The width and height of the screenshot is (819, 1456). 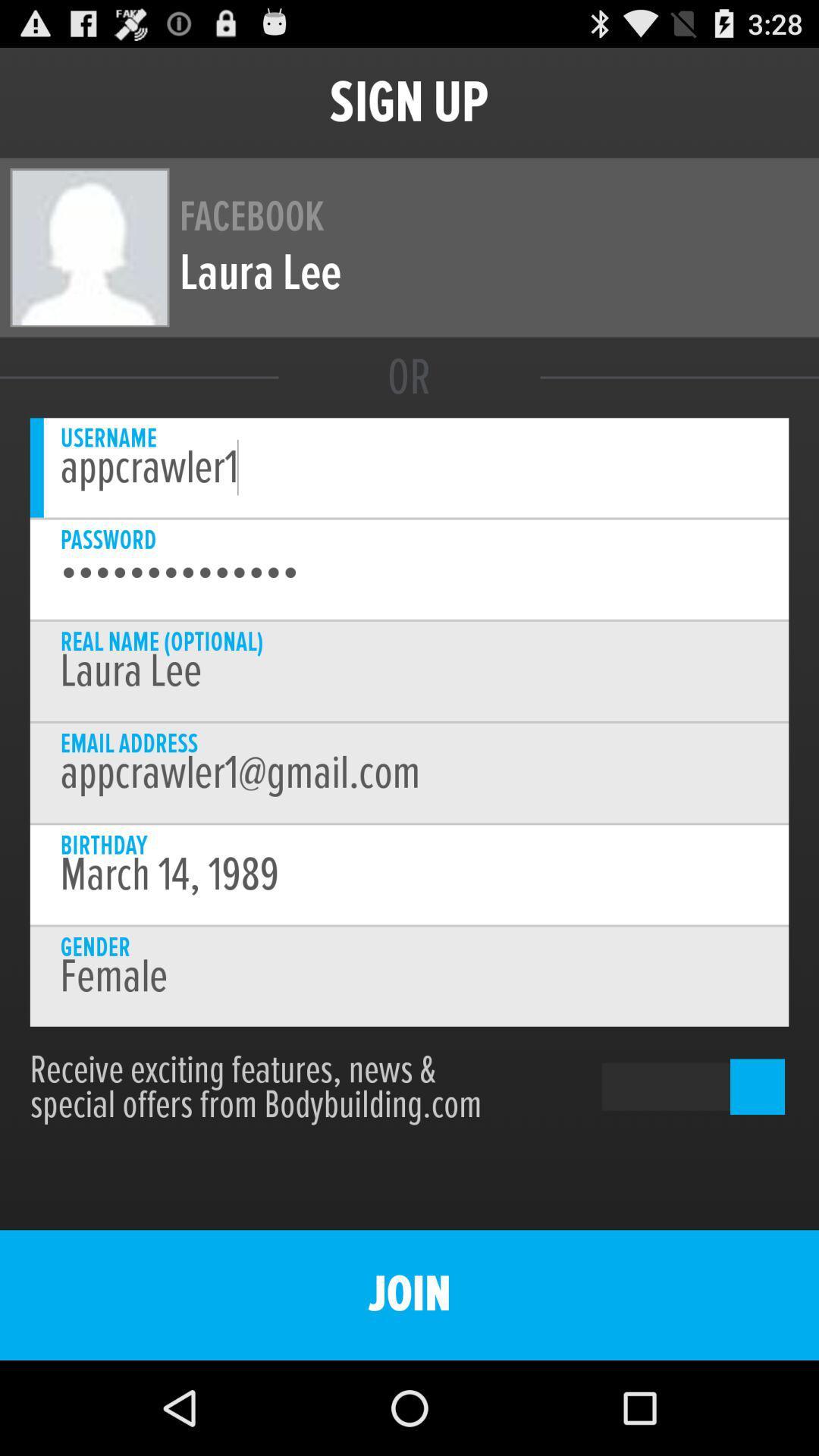 I want to click on the gender box, so click(x=409, y=977).